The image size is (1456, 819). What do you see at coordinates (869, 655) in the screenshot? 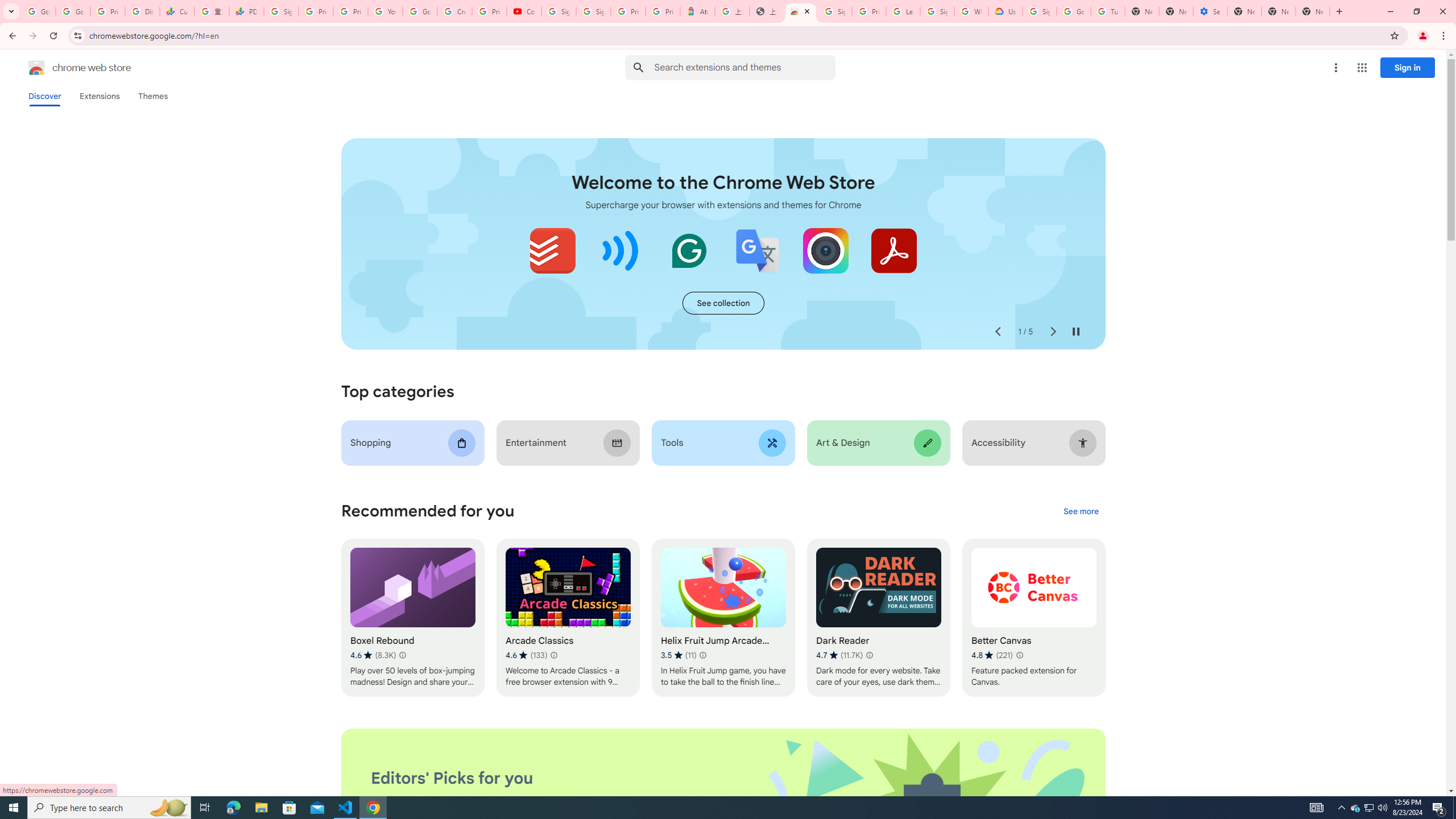
I see `'Learn more about results and reviews "Dark Reader"'` at bounding box center [869, 655].